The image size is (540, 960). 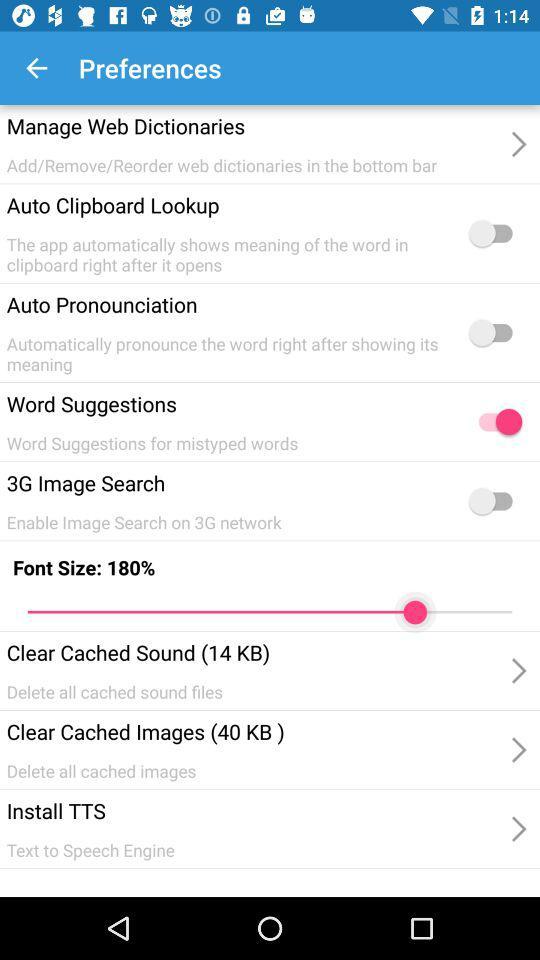 I want to click on clipboard lookup, so click(x=494, y=233).